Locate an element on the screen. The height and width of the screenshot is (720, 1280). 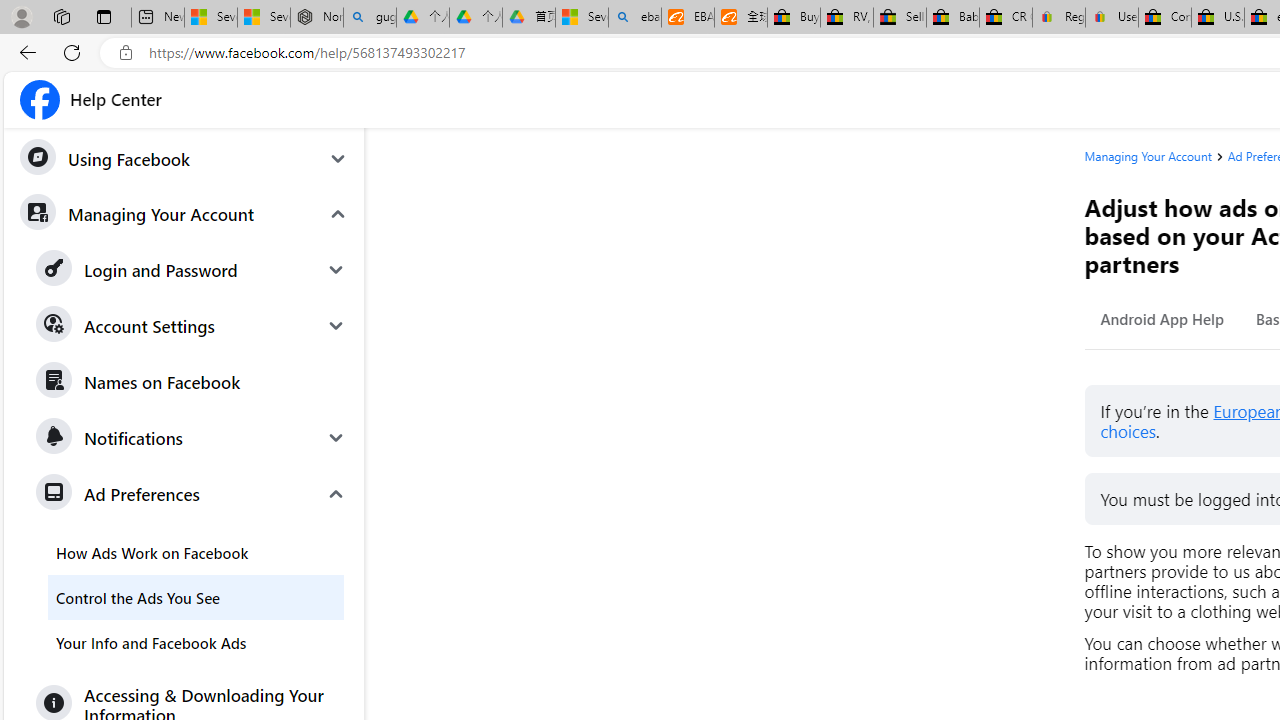
'Class: x1lliihq x1tzjh5l x1k90msu x2h7rmj x1qfuztq x19dipnz' is located at coordinates (40, 100).